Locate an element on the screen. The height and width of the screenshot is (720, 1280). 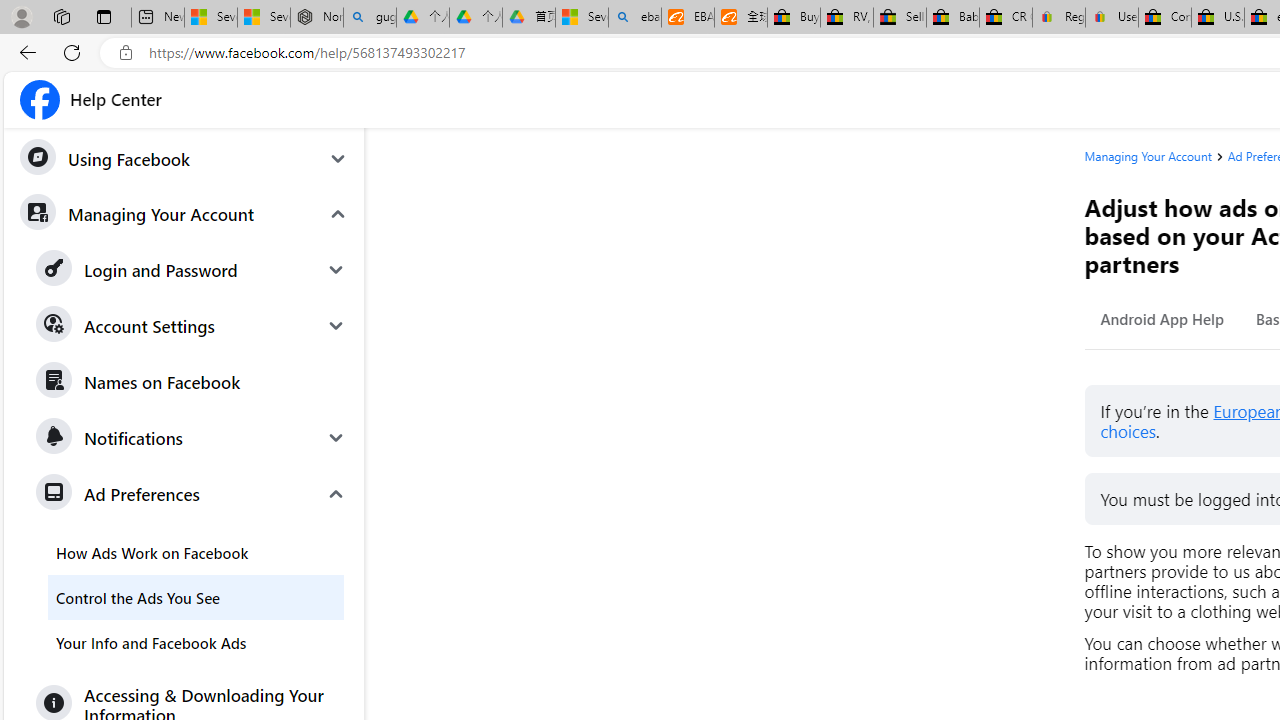
'Class: x1lliihq x1tzjh5l x1k90msu x2h7rmj x1qfuztq x19dipnz' is located at coordinates (40, 100).